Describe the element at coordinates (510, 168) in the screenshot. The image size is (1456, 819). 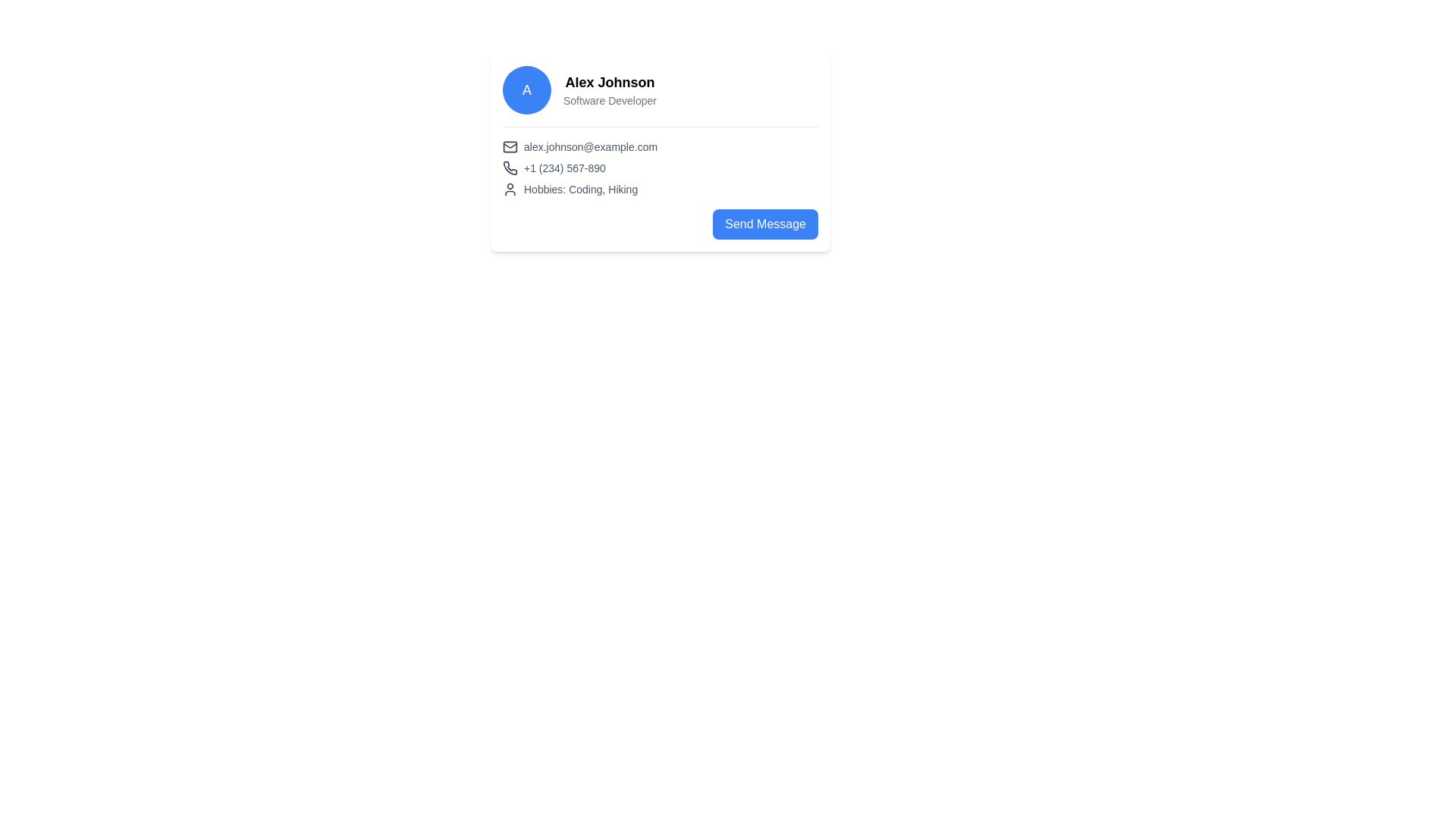
I see `the phone icon next to the phone number field '+1 (234) 567-890'` at that location.